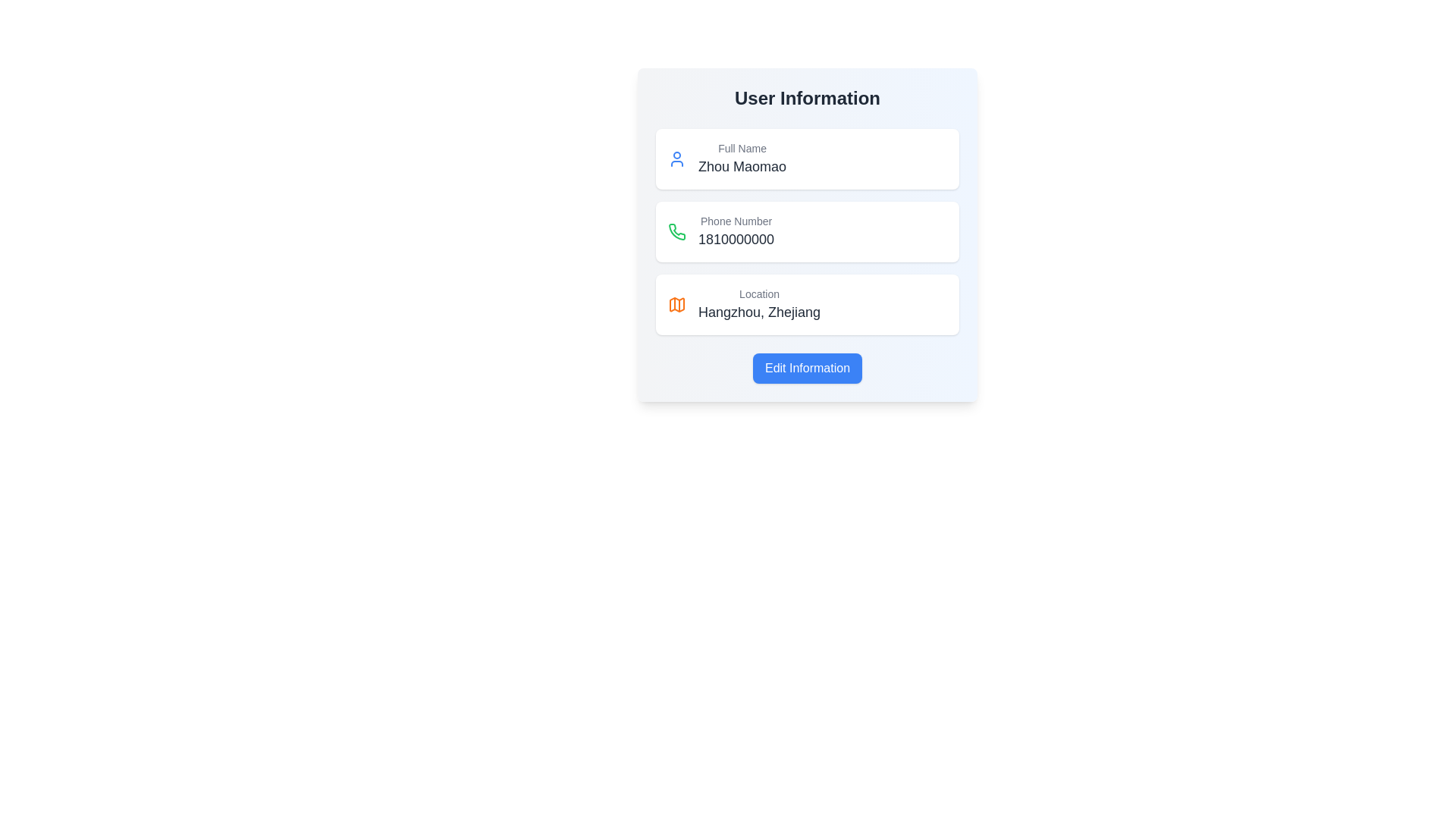 This screenshot has width=1456, height=819. What do you see at coordinates (759, 304) in the screenshot?
I see `the static text element displaying 'Hangzhou, Zhejiang', located in the third card of the user information section, aligned with a map icon on the left` at bounding box center [759, 304].